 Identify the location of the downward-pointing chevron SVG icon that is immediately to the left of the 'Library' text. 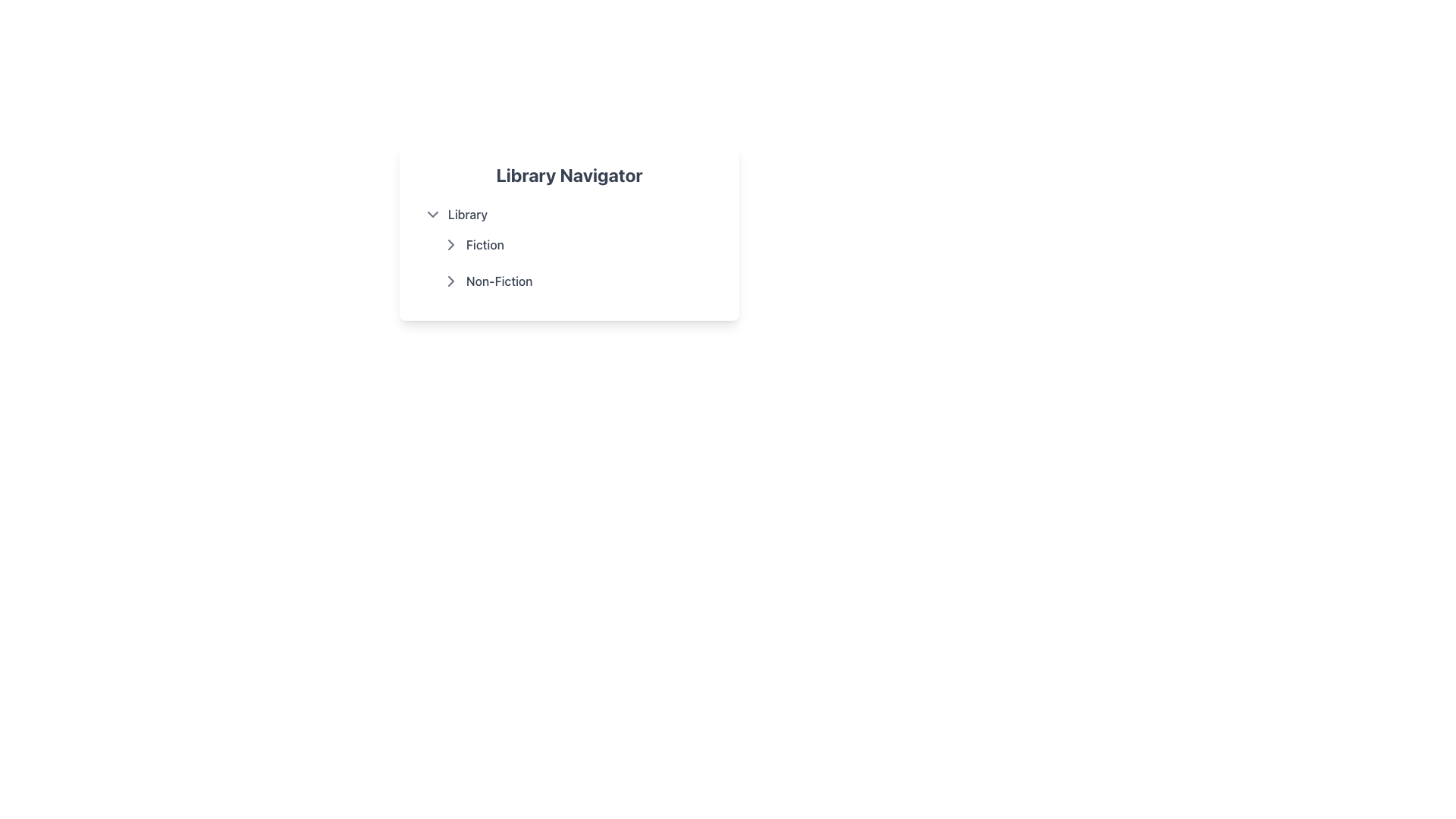
(432, 214).